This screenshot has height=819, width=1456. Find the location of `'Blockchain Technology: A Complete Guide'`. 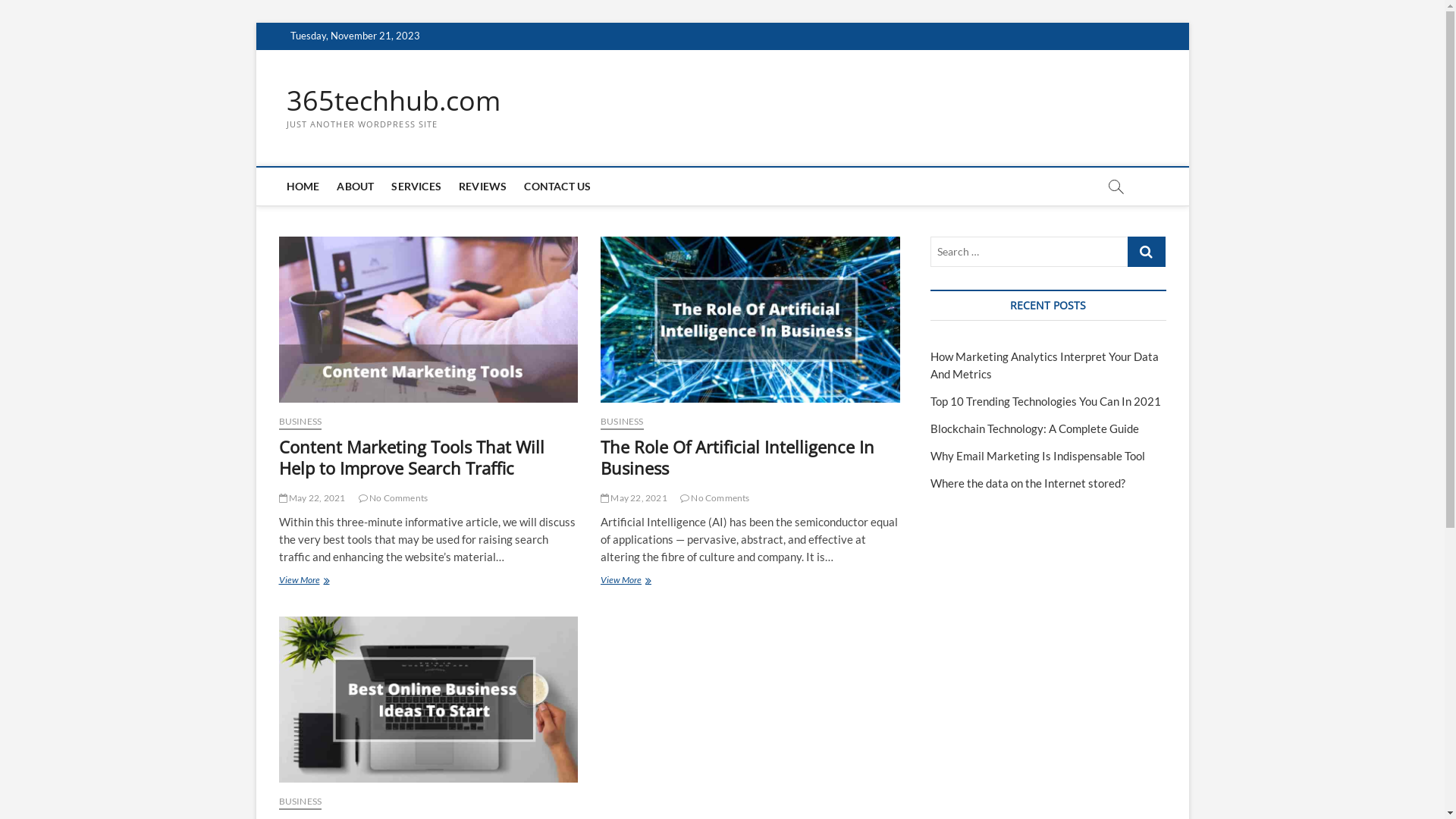

'Blockchain Technology: A Complete Guide' is located at coordinates (1033, 428).